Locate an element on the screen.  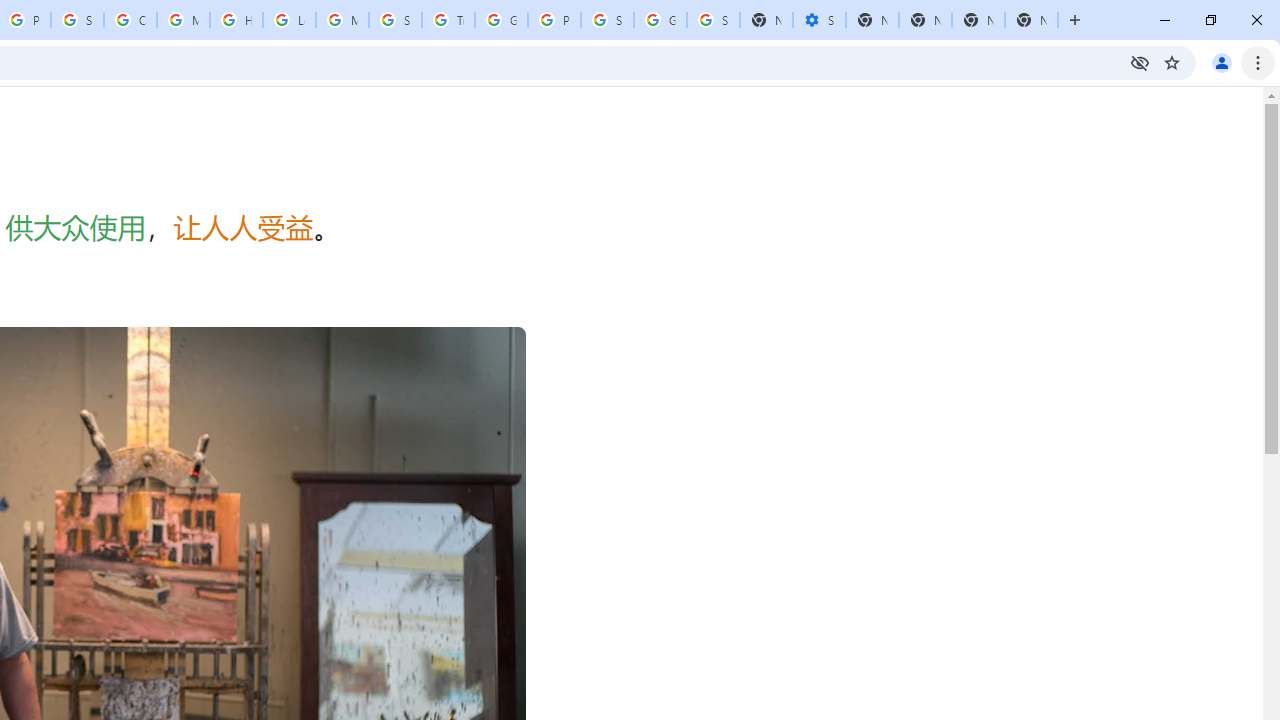
'Settings - Performance' is located at coordinates (819, 20).